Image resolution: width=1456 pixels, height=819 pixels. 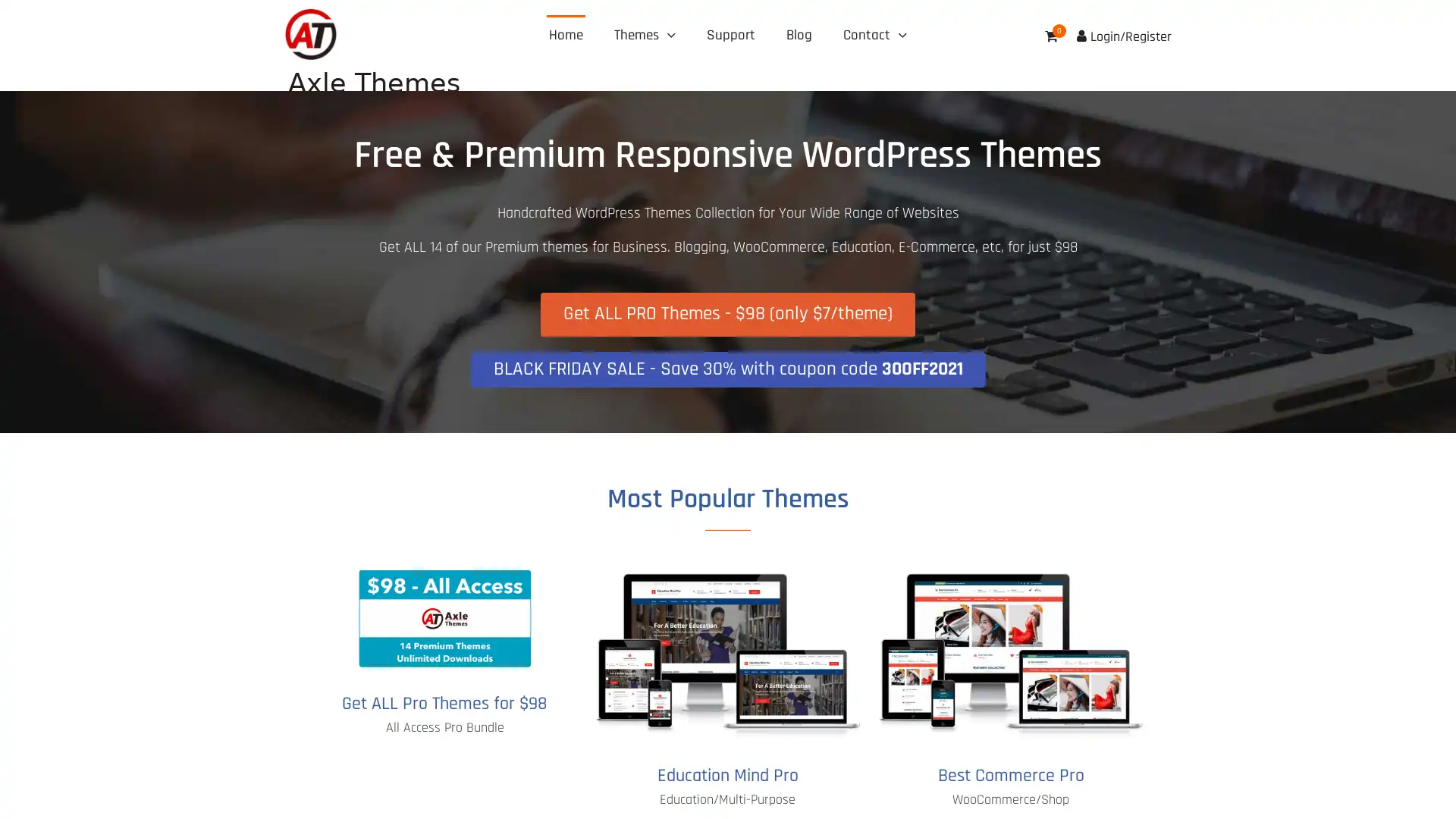 I want to click on BLACK FRIDAY SALE - Save 30% with coupon code 30OFF2021, so click(x=726, y=369).